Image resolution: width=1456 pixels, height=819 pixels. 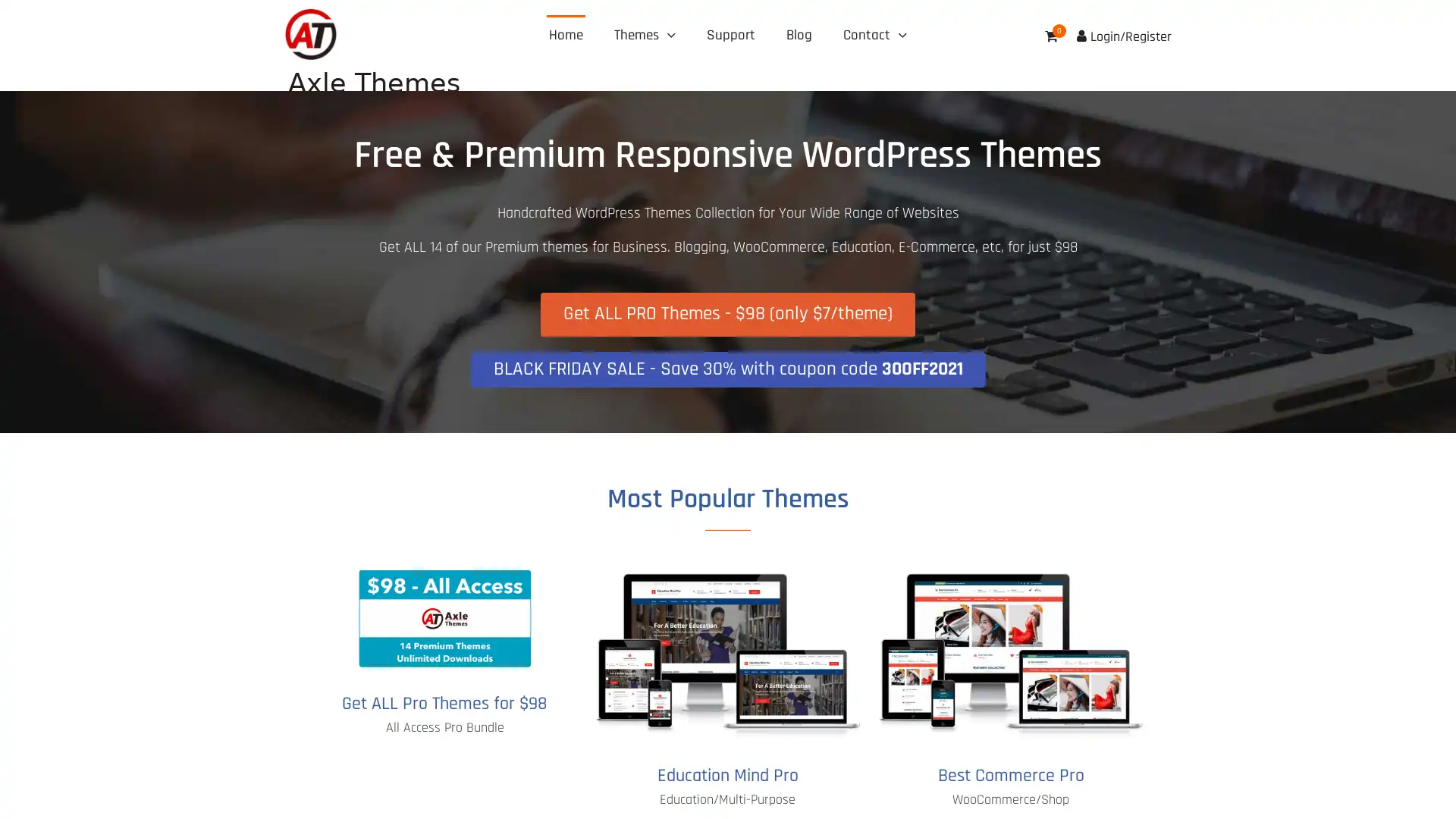 I want to click on BLACK FRIDAY SALE - Save 30% with coupon code 30OFF2021, so click(x=726, y=369).